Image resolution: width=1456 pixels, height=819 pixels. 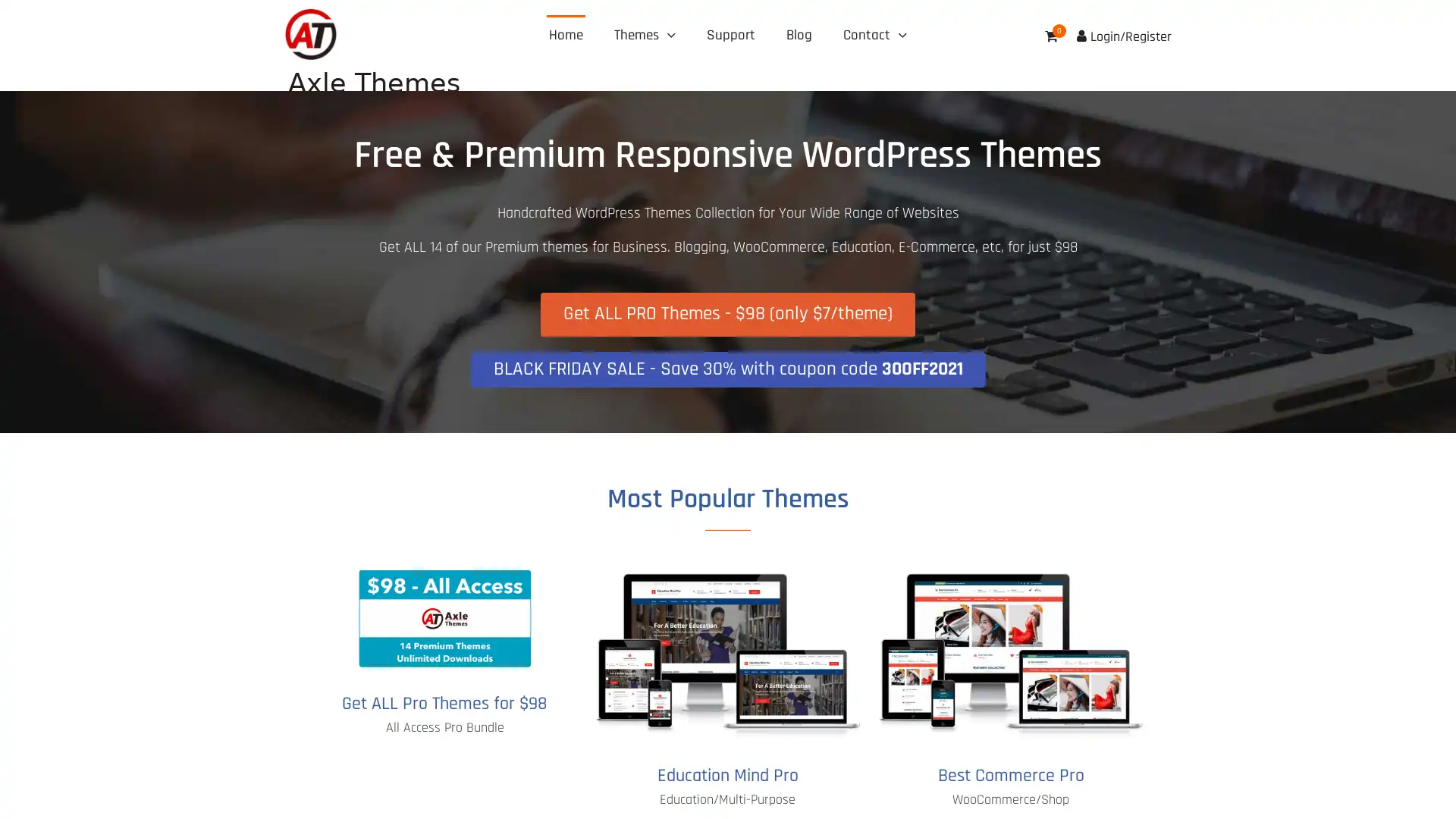 I want to click on BLACK FRIDAY SALE - Save 30% with coupon code 30OFF2021, so click(x=726, y=369).